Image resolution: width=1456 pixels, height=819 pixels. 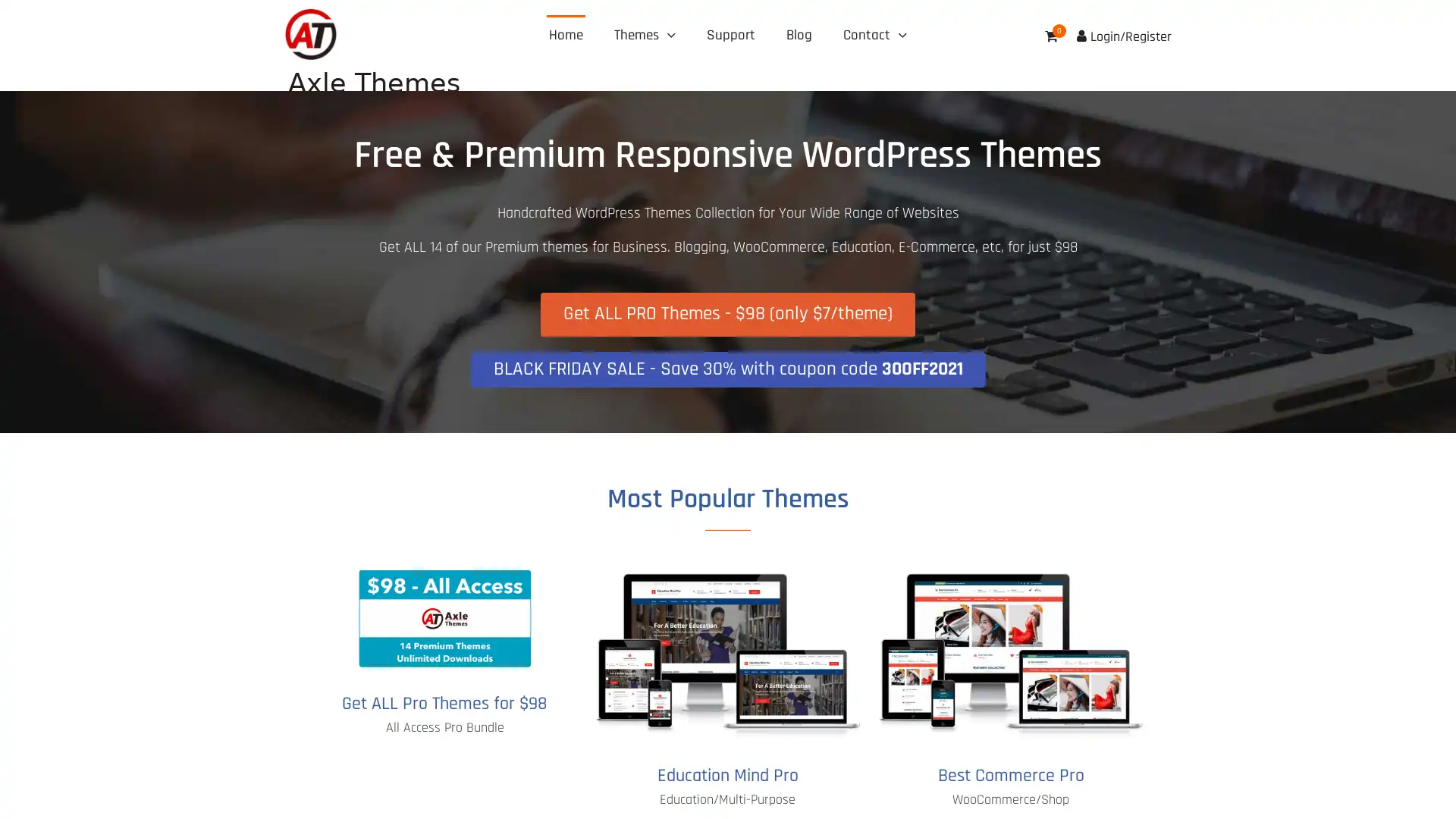 I want to click on BLACK FRIDAY SALE - Save 30% with coupon code 30OFF2021, so click(x=726, y=369).